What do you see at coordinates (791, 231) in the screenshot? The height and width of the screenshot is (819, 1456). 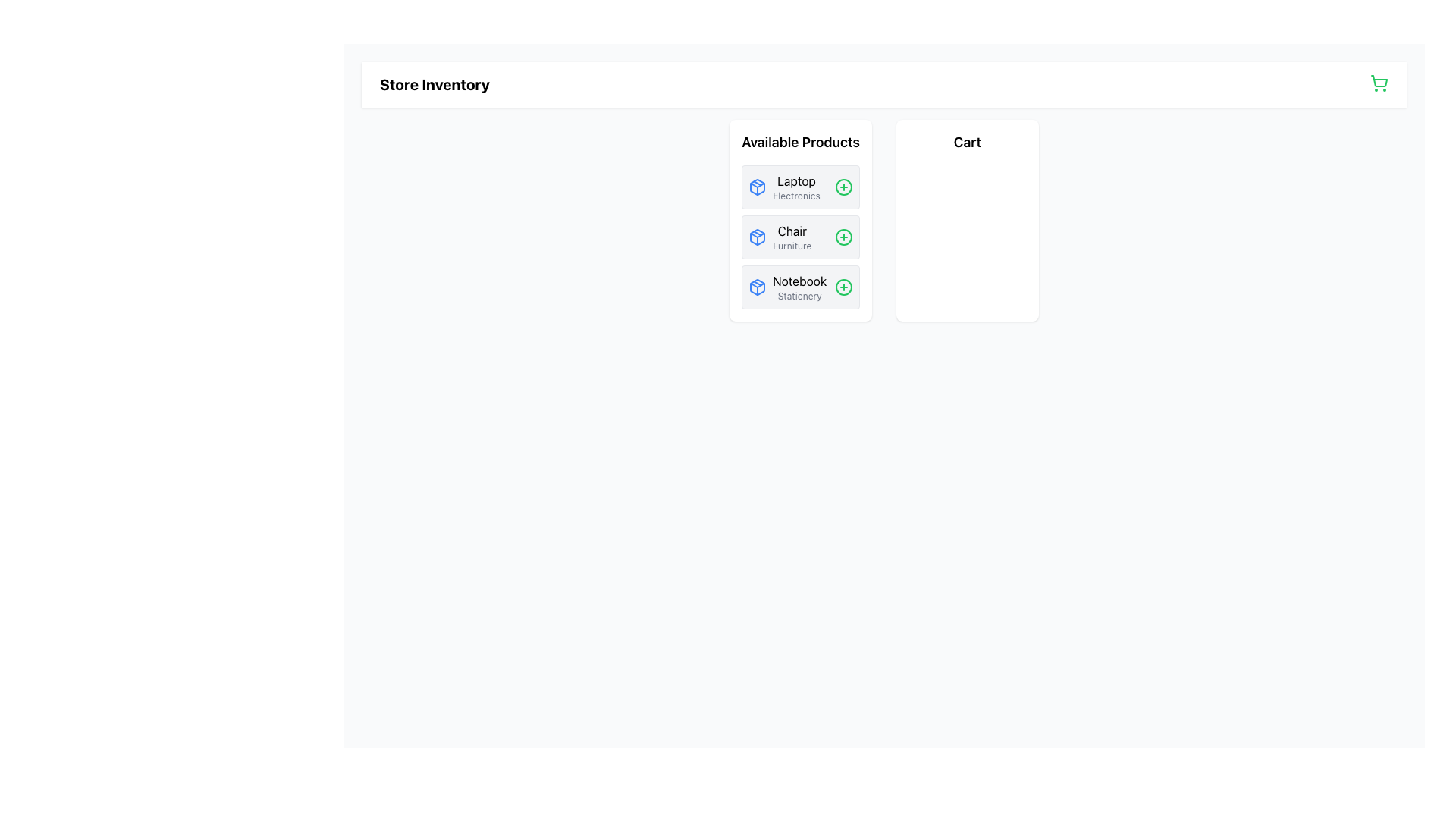 I see `the 'Chair' text label in the 'Available Products' section, which identifies the product name in the list of available products` at bounding box center [791, 231].